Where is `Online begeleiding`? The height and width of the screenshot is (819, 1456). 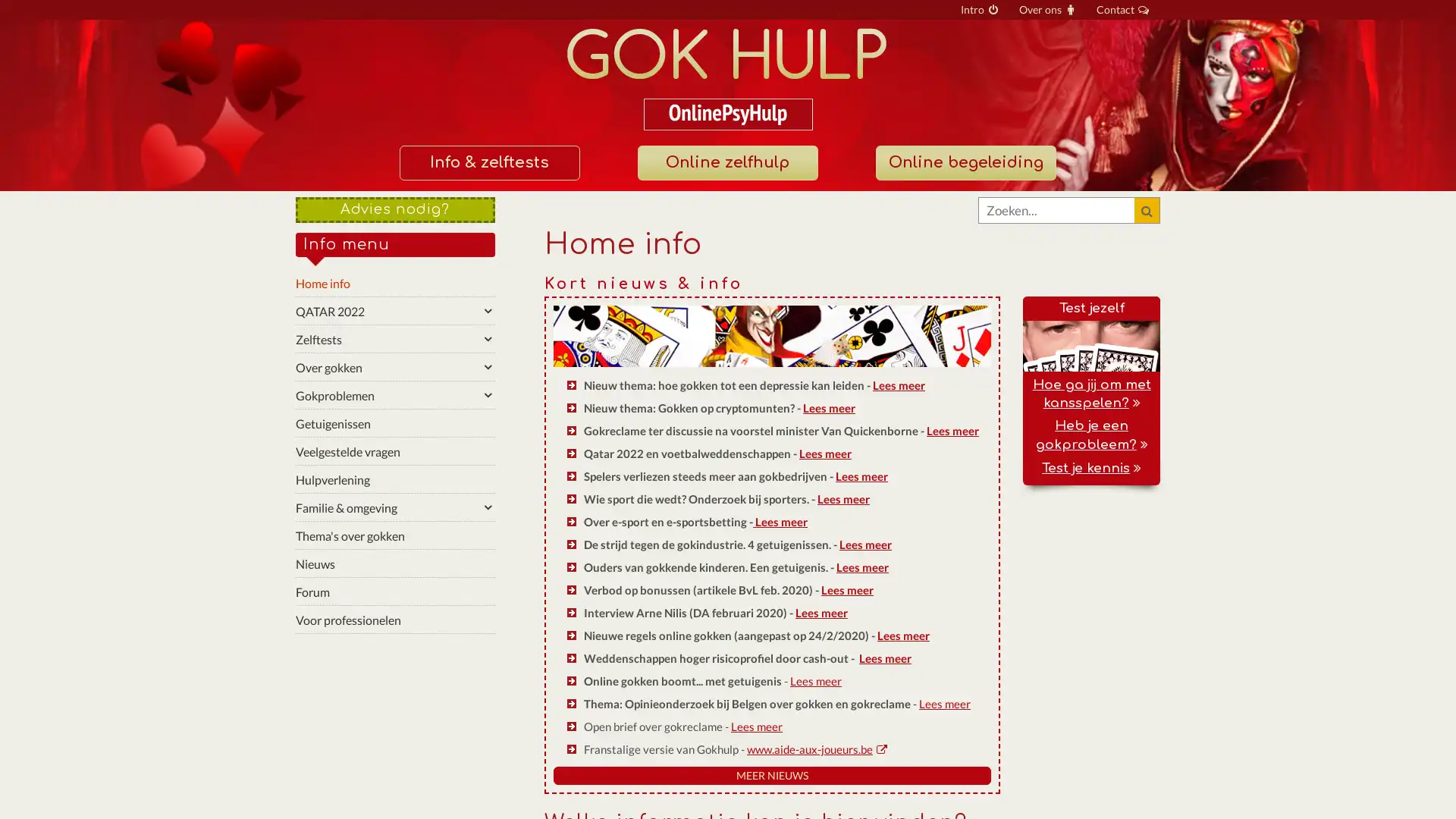 Online begeleiding is located at coordinates (964, 163).